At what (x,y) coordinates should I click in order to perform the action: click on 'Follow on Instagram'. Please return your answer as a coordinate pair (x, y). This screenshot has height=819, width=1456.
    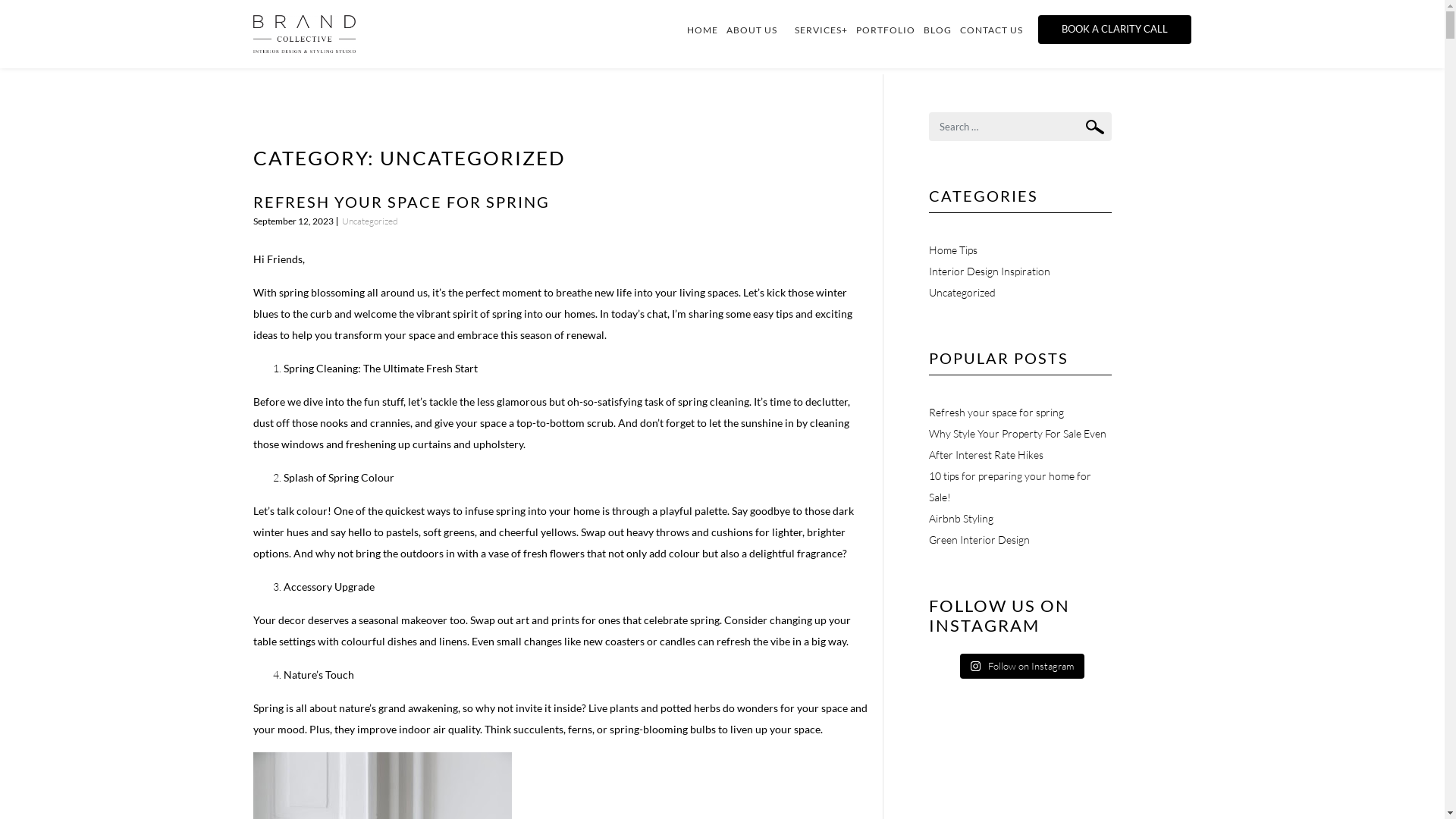
    Looking at the image, I should click on (1022, 666).